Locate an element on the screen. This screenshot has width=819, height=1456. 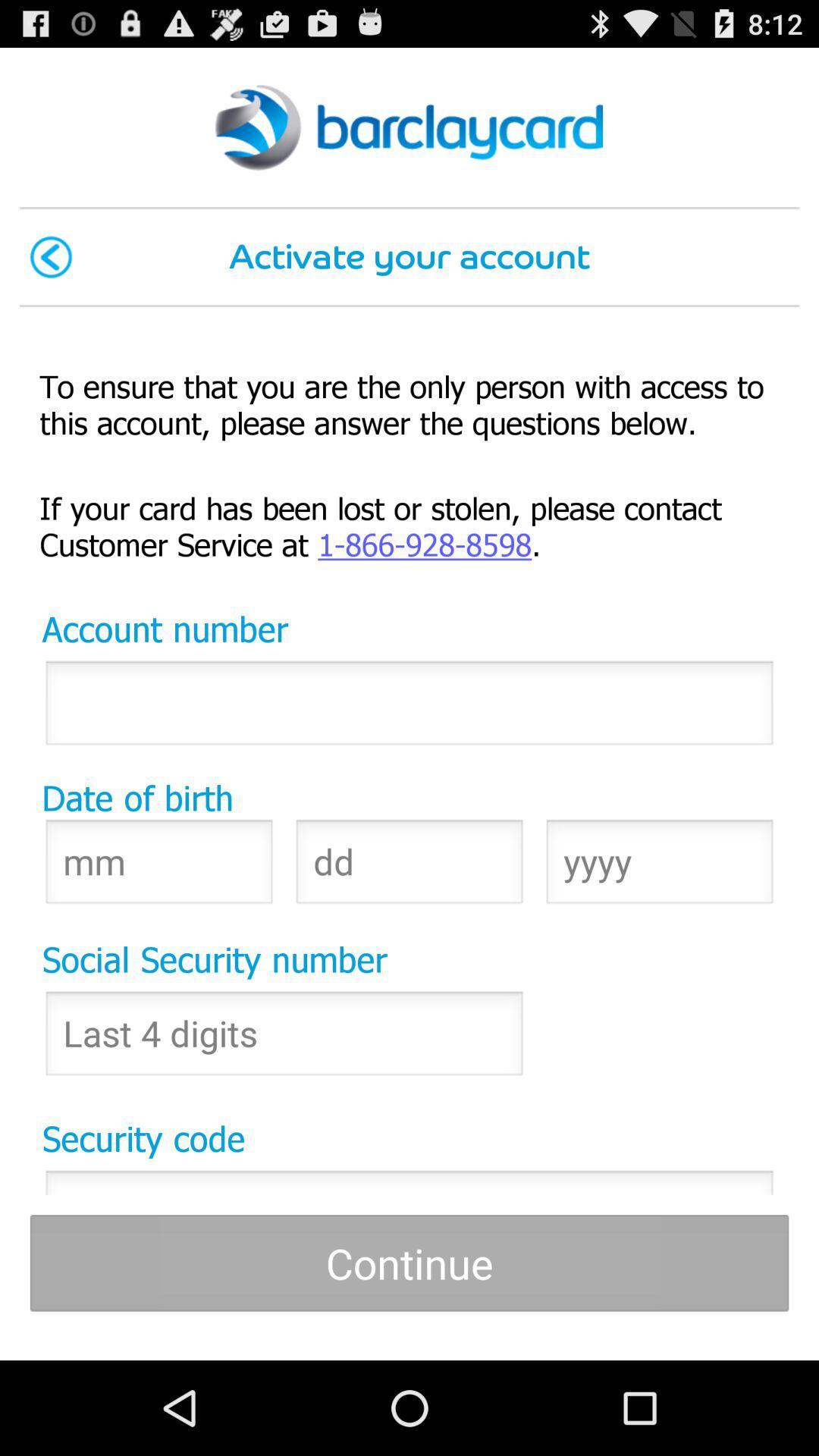
if your card item is located at coordinates (409, 525).